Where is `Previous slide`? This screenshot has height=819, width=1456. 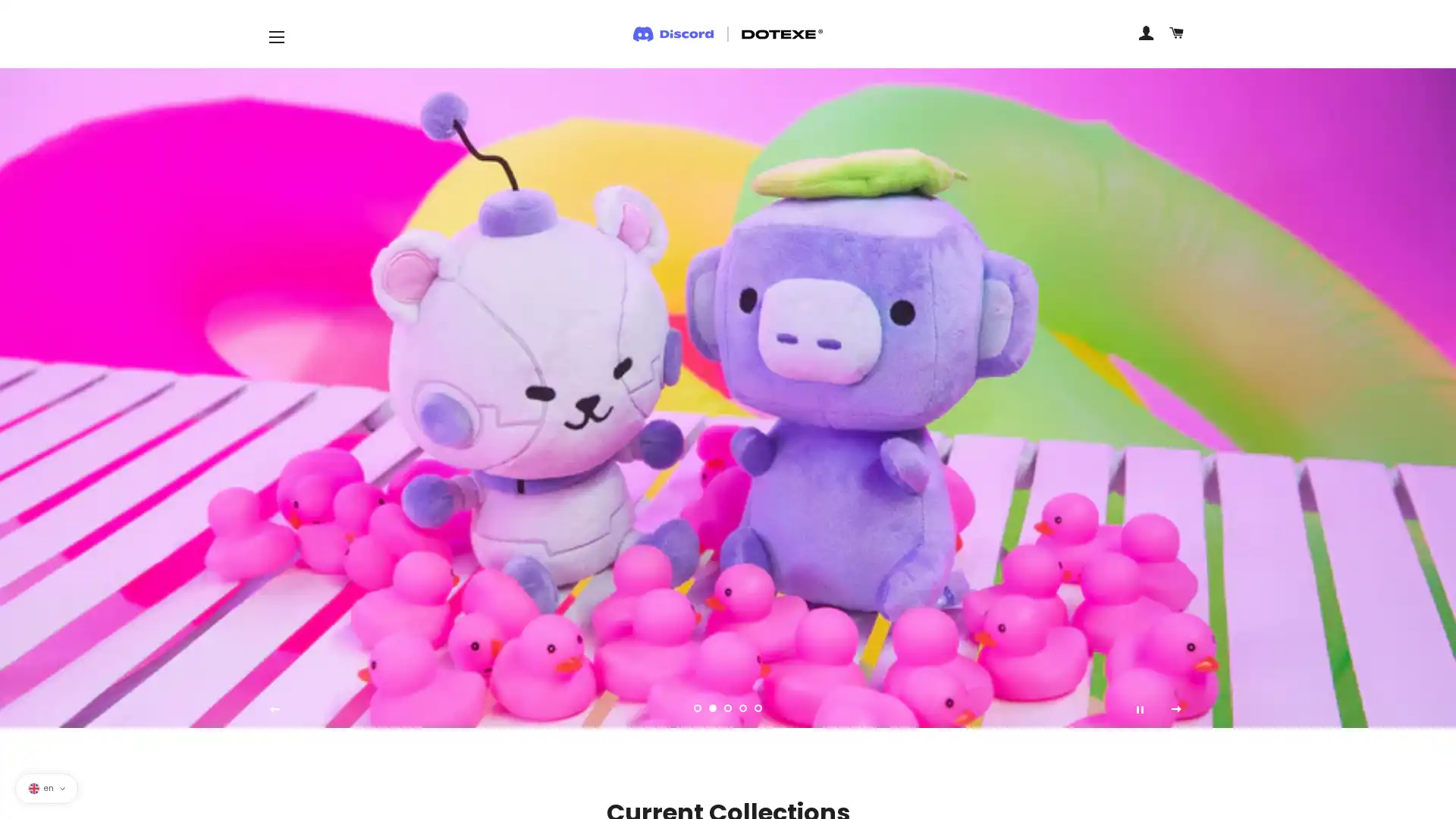
Previous slide is located at coordinates (274, 708).